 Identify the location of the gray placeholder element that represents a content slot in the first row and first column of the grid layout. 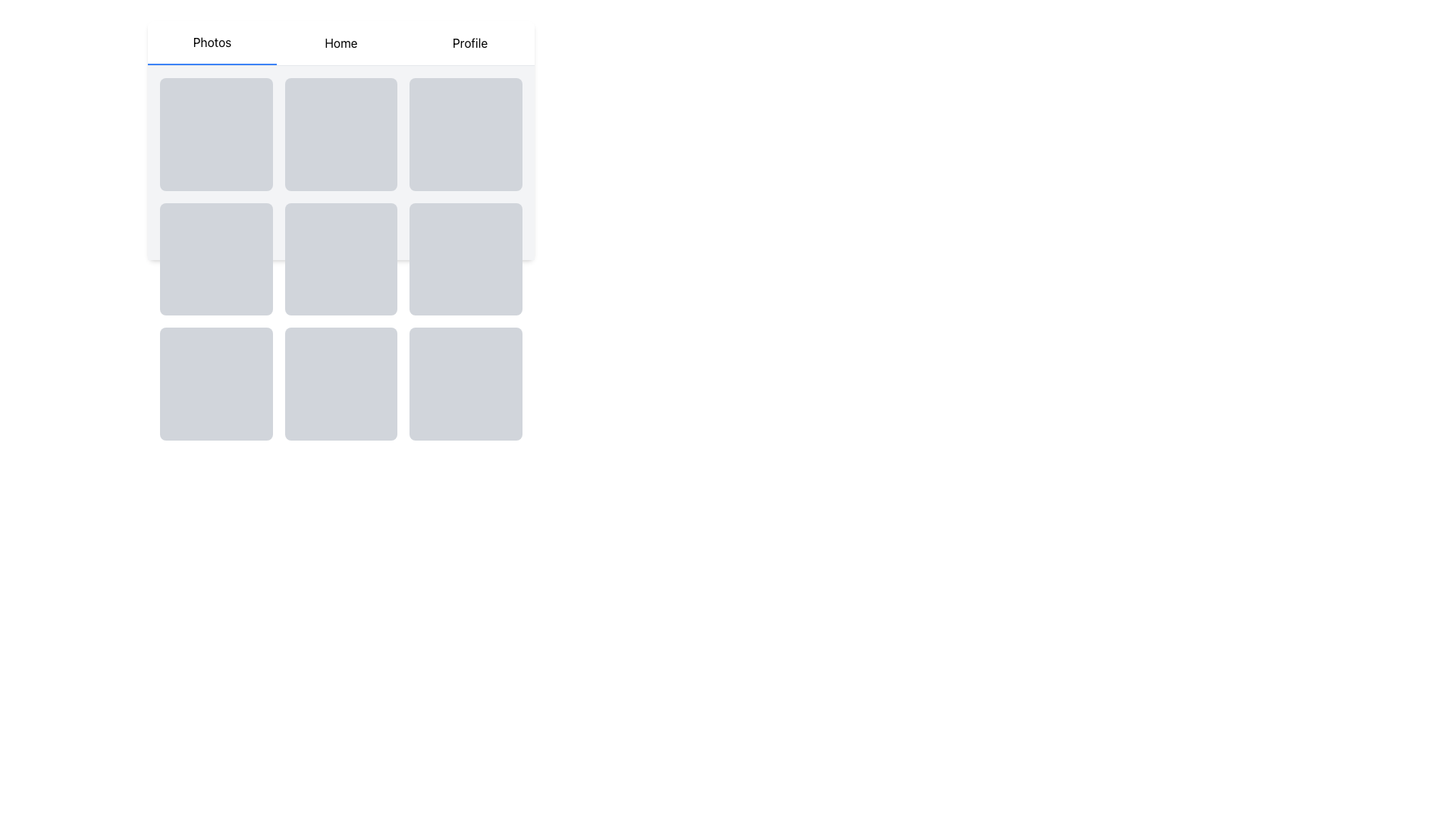
(215, 133).